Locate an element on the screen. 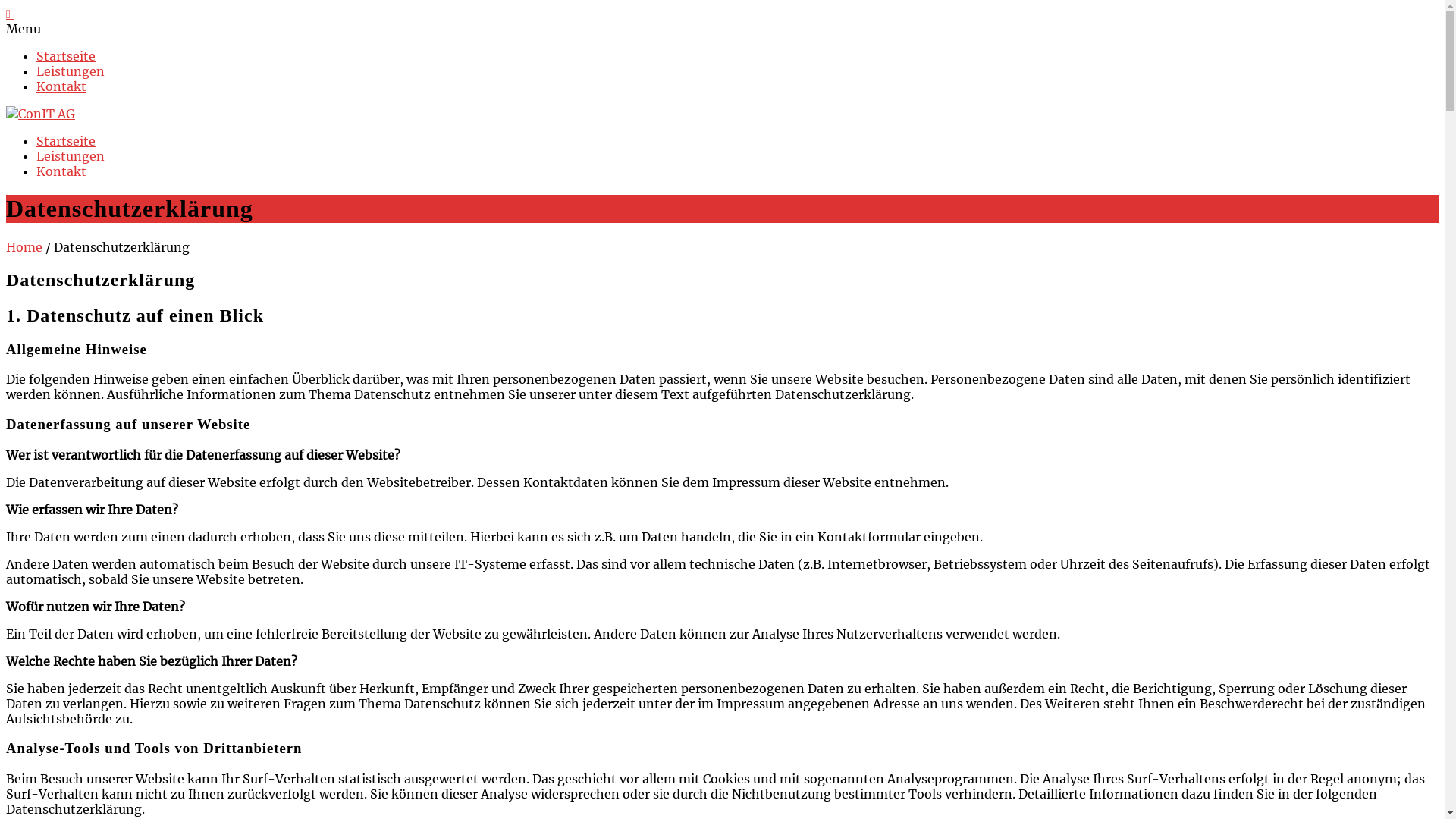  'Leistungen' is located at coordinates (69, 155).